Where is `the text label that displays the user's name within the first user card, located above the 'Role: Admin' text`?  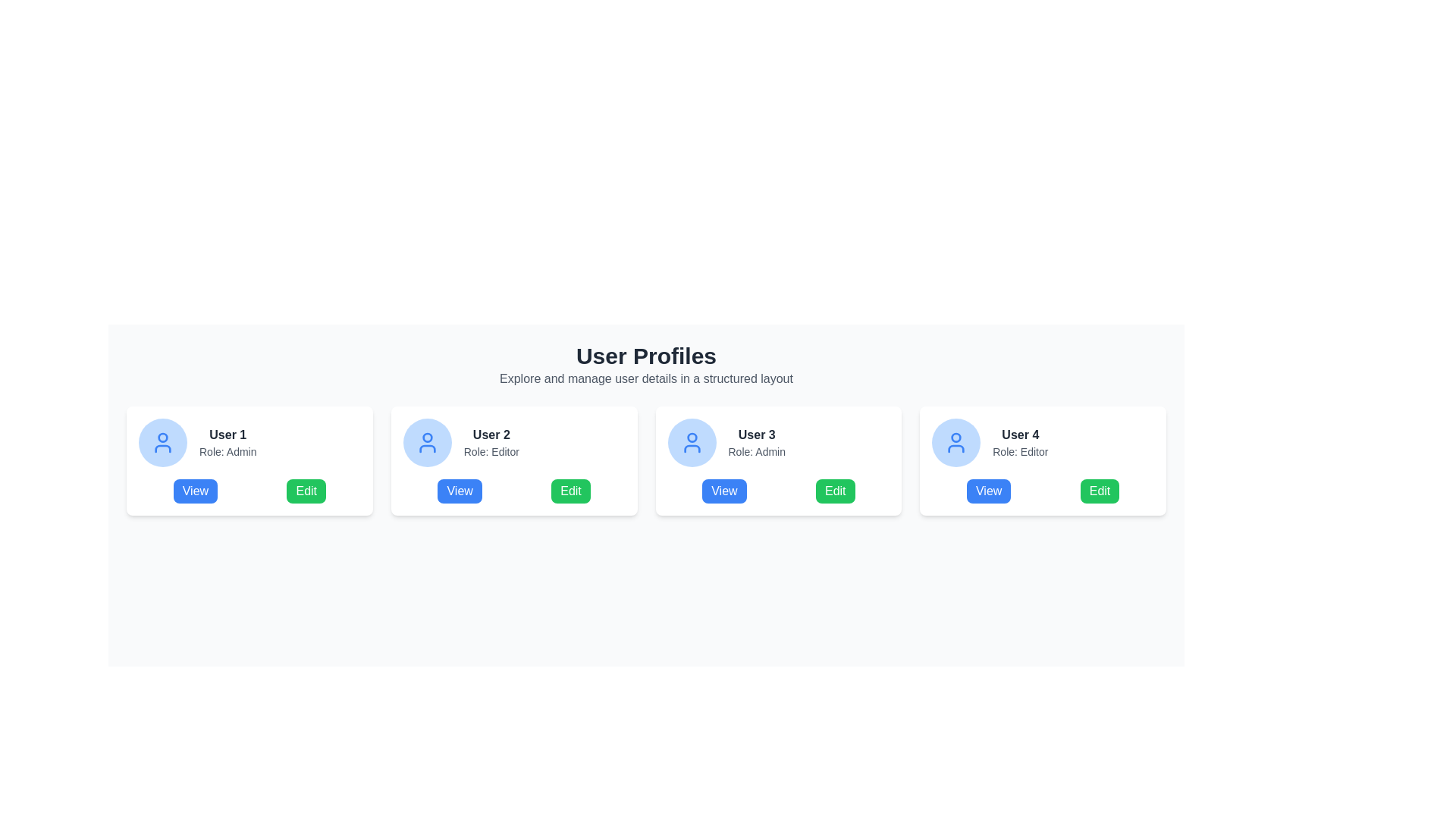
the text label that displays the user's name within the first user card, located above the 'Role: Admin' text is located at coordinates (227, 435).